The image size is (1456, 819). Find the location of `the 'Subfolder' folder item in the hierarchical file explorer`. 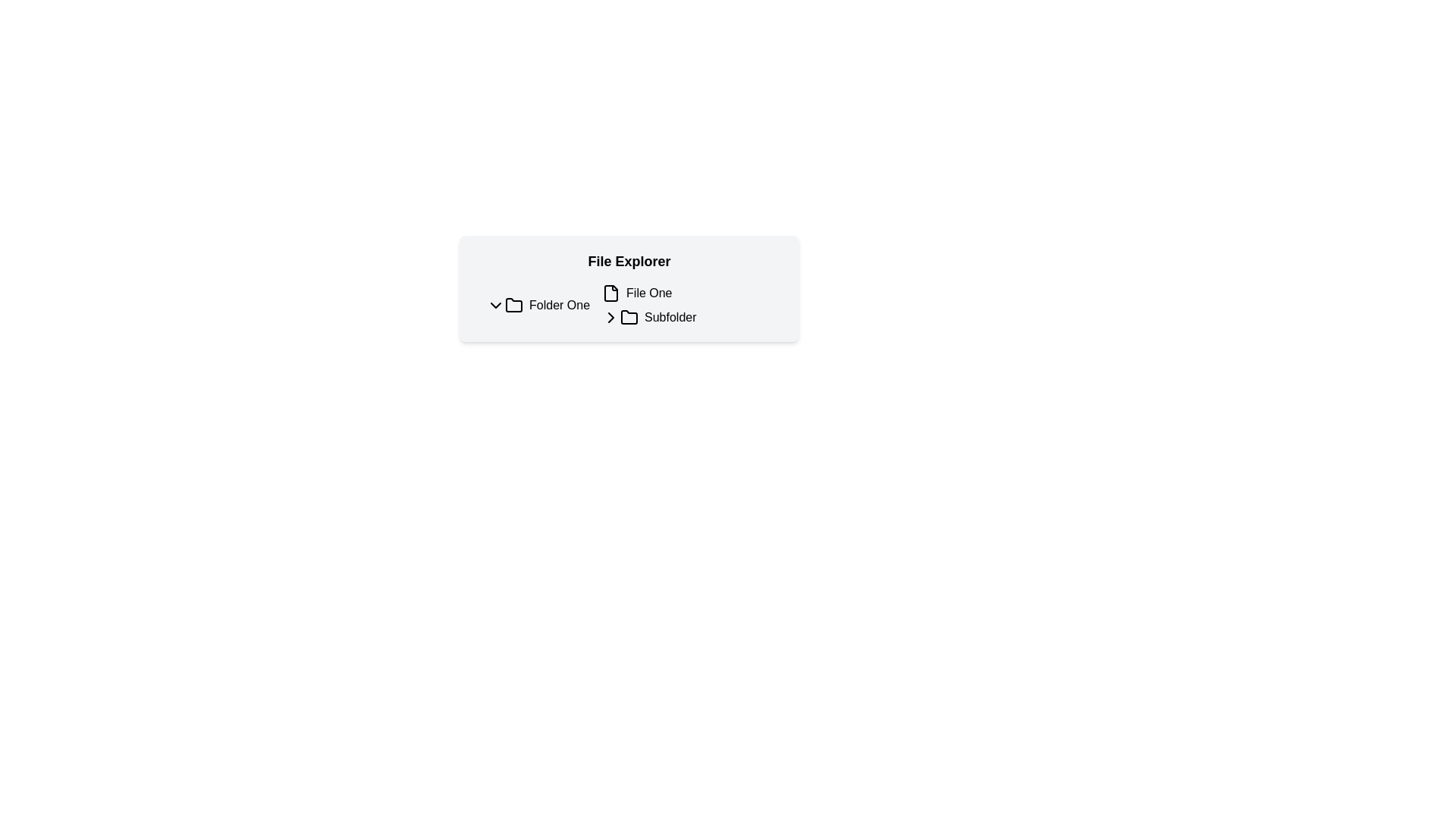

the 'Subfolder' folder item in the hierarchical file explorer is located at coordinates (643, 305).